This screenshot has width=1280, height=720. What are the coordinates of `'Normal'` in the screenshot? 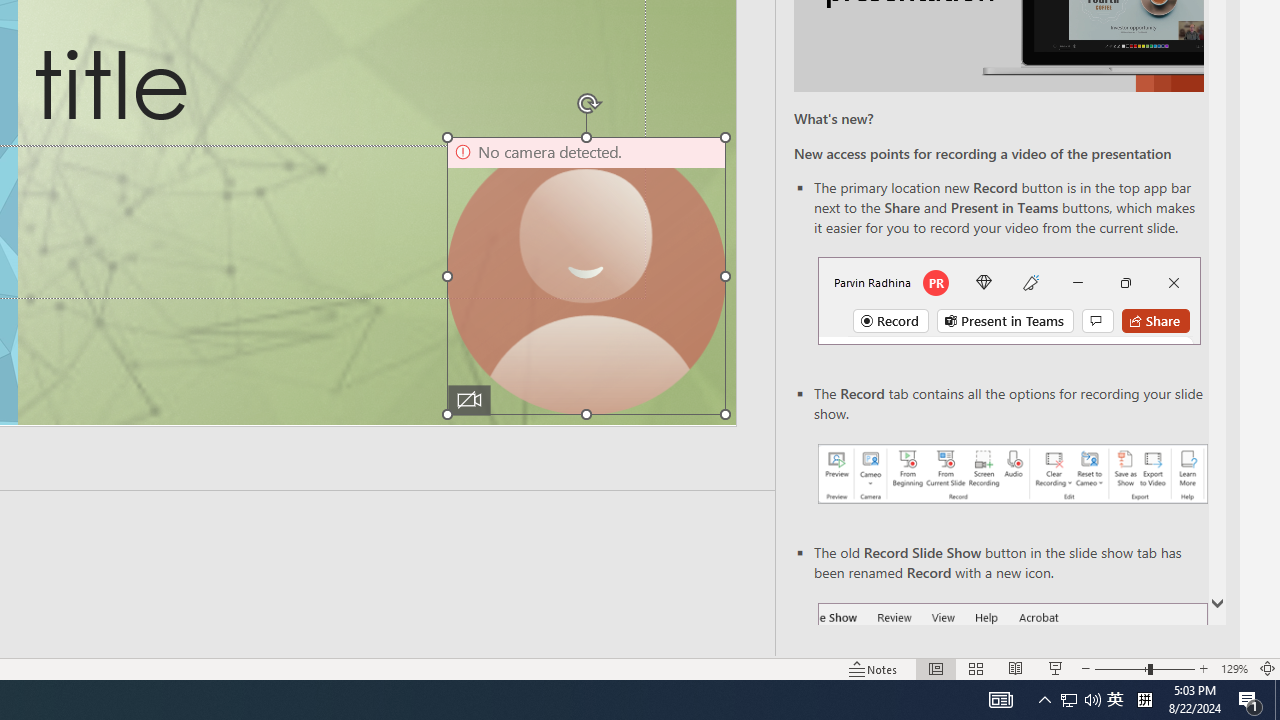 It's located at (935, 669).